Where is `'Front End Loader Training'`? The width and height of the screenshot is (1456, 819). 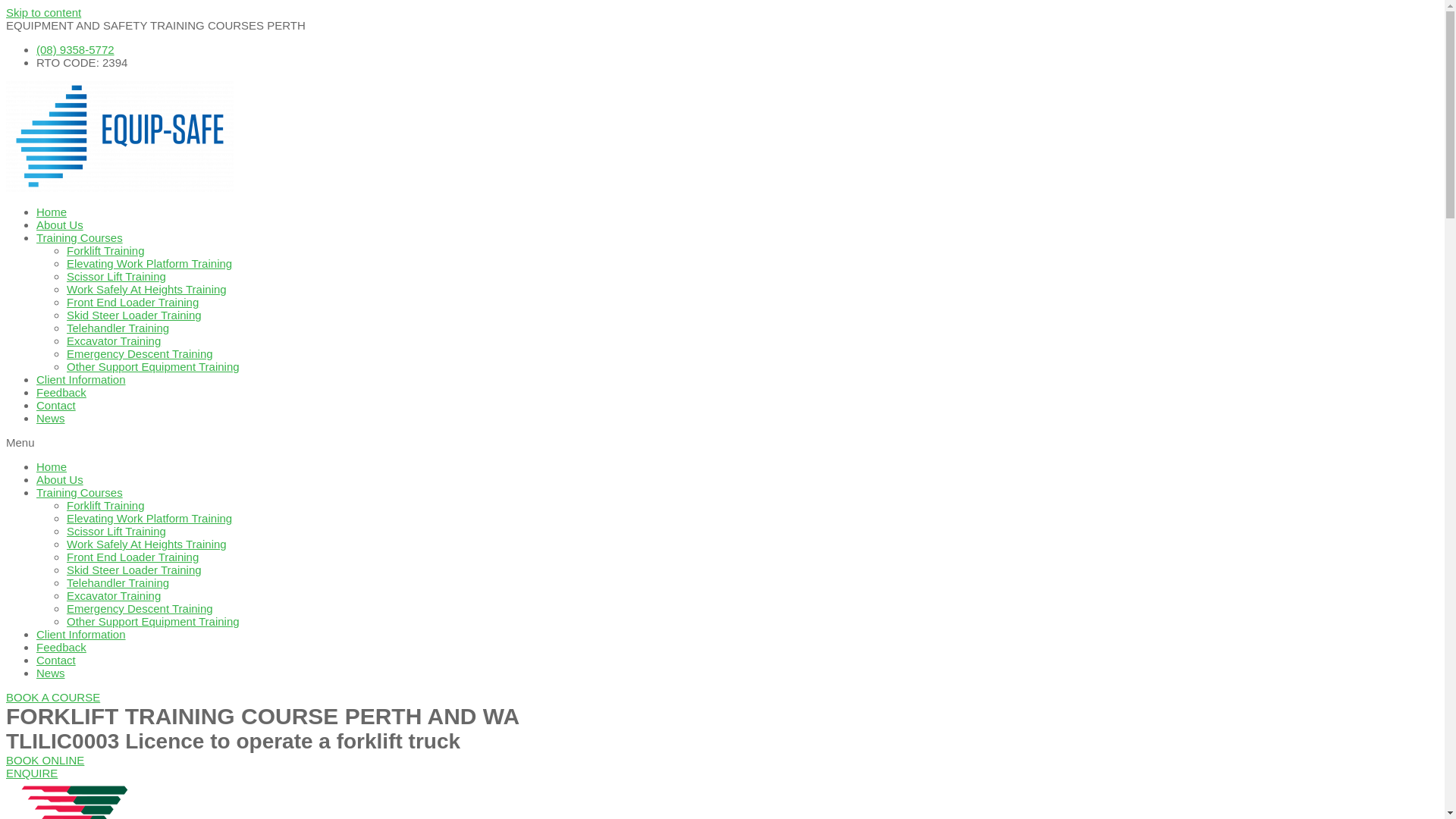
'Front End Loader Training' is located at coordinates (132, 557).